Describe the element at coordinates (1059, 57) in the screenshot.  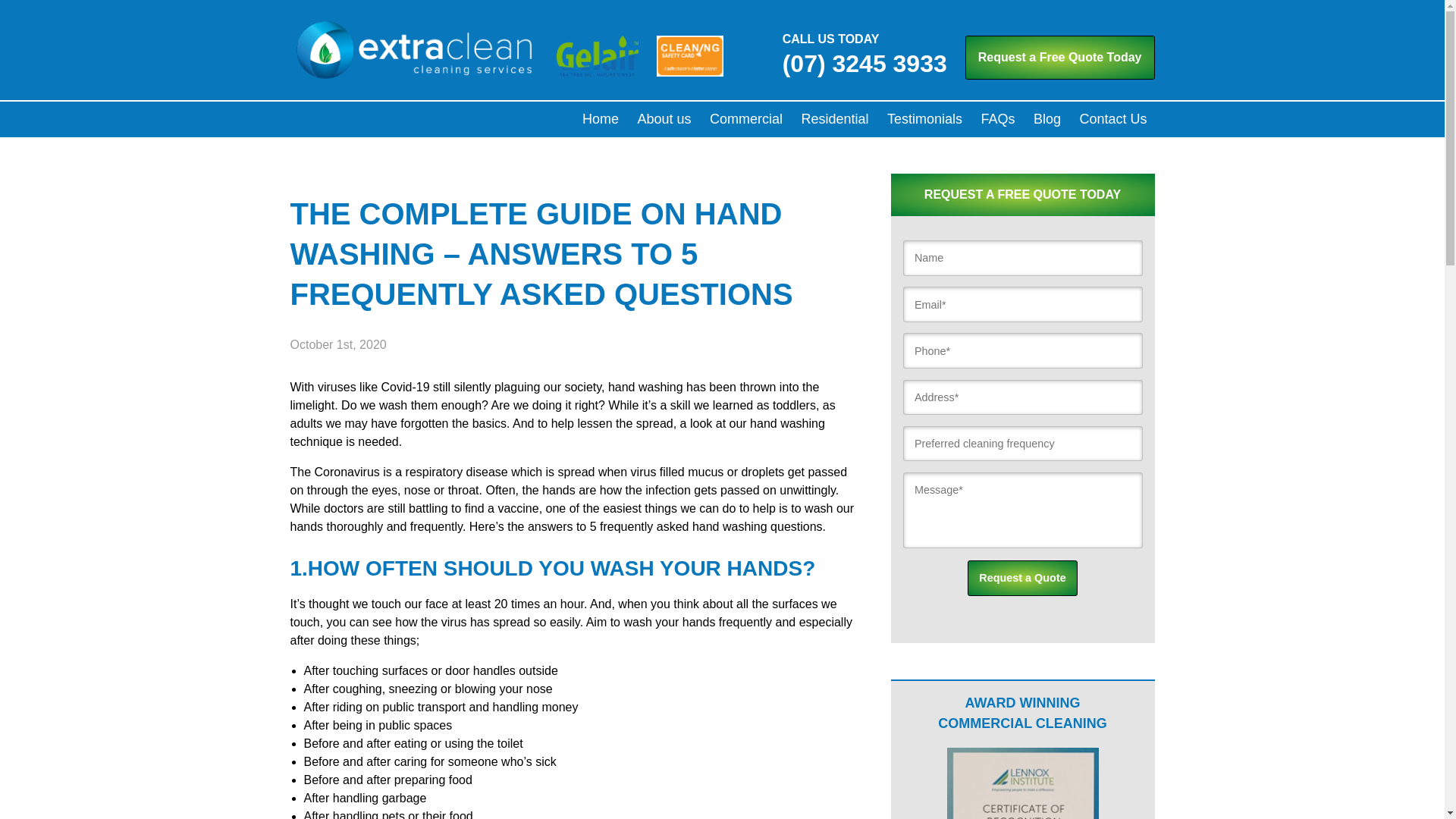
I see `'Request a Free Quote Today'` at that location.